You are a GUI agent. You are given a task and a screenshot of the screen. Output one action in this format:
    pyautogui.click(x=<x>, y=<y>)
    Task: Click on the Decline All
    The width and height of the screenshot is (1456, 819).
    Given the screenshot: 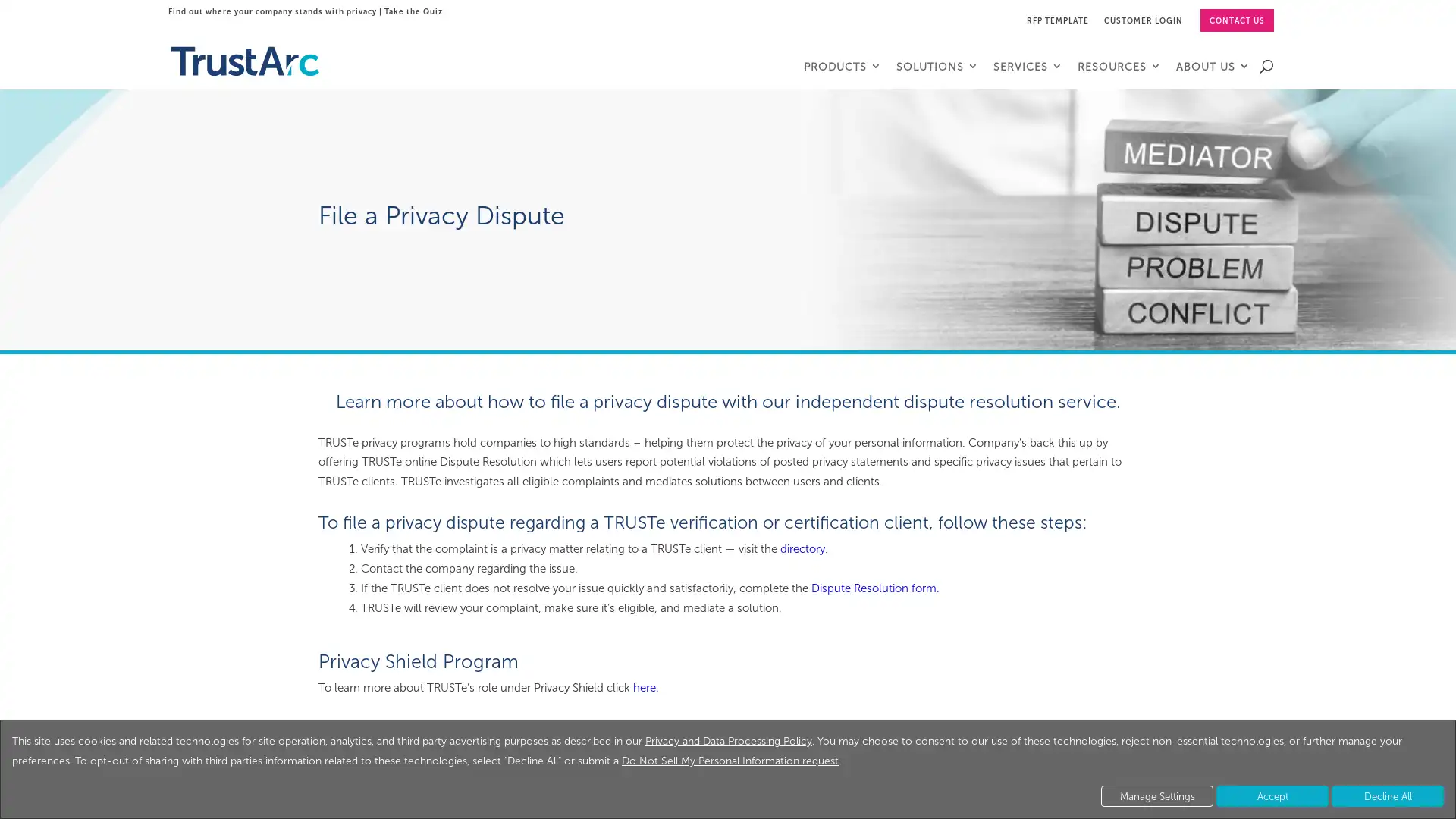 What is the action you would take?
    pyautogui.click(x=1387, y=795)
    